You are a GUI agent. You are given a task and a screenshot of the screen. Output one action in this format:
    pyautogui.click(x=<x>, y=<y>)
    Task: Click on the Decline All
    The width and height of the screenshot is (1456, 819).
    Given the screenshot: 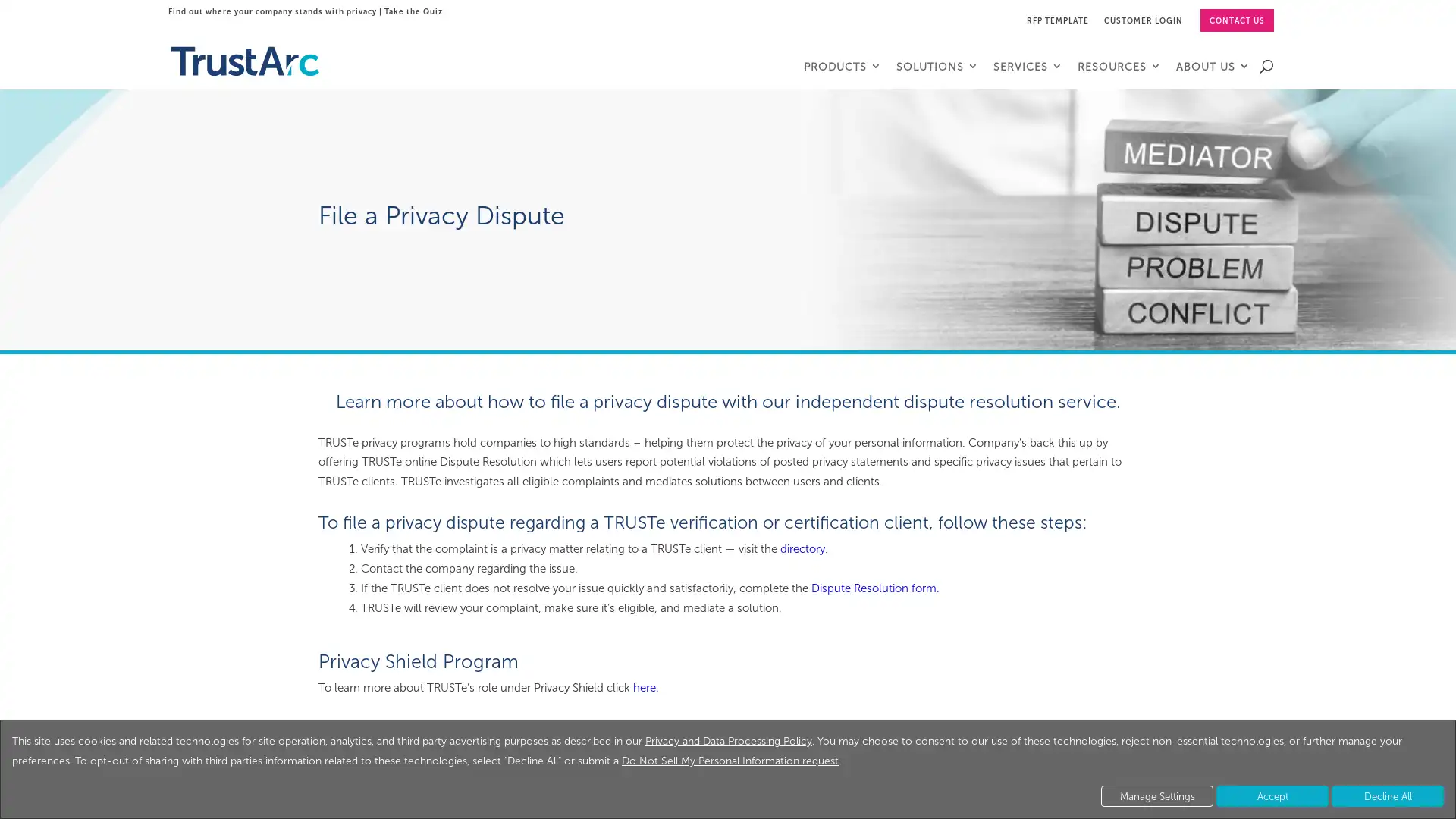 What is the action you would take?
    pyautogui.click(x=1387, y=795)
    